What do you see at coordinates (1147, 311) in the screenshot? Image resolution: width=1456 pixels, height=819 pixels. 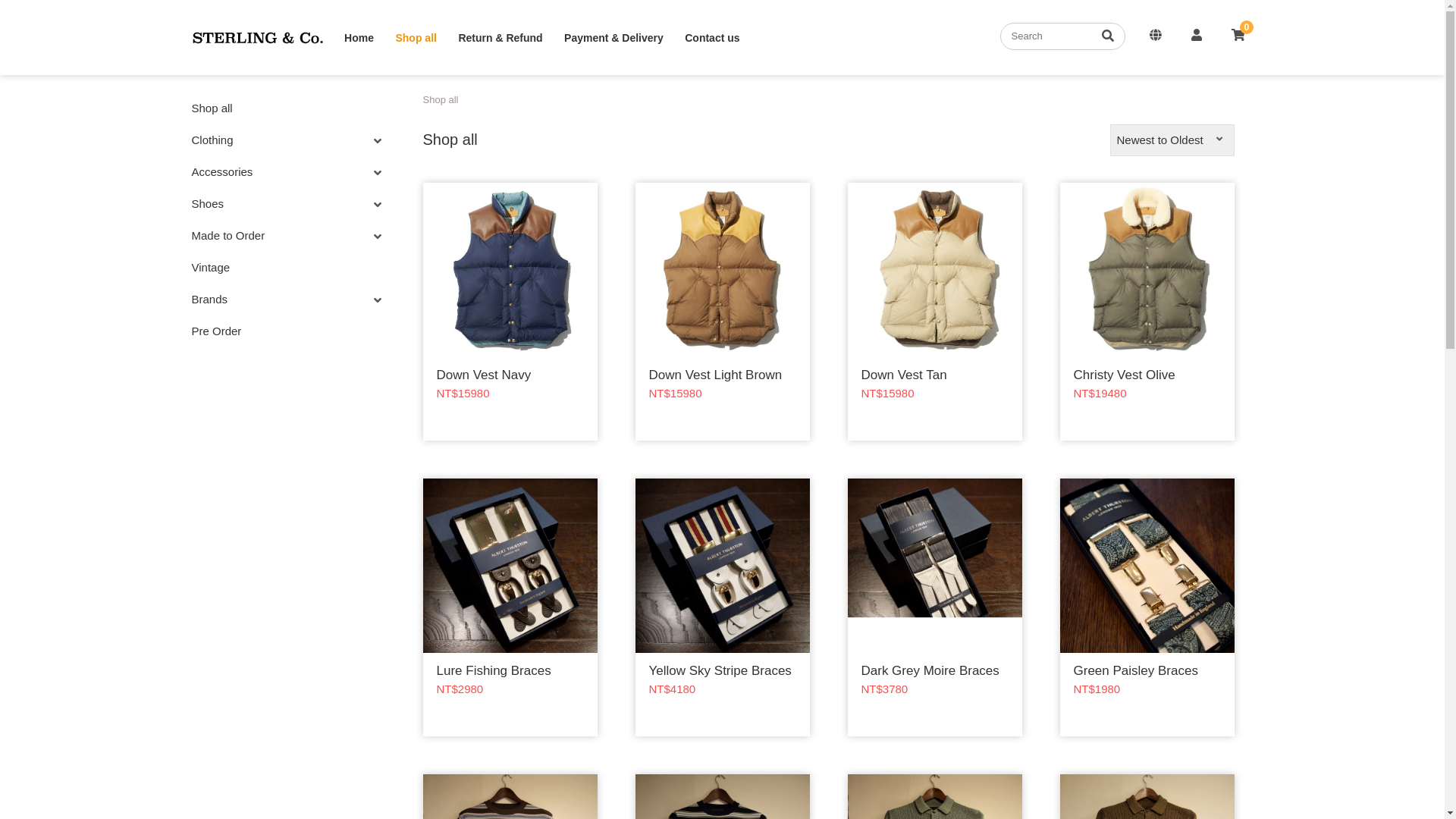 I see `'Christy Vest Olive` at bounding box center [1147, 311].